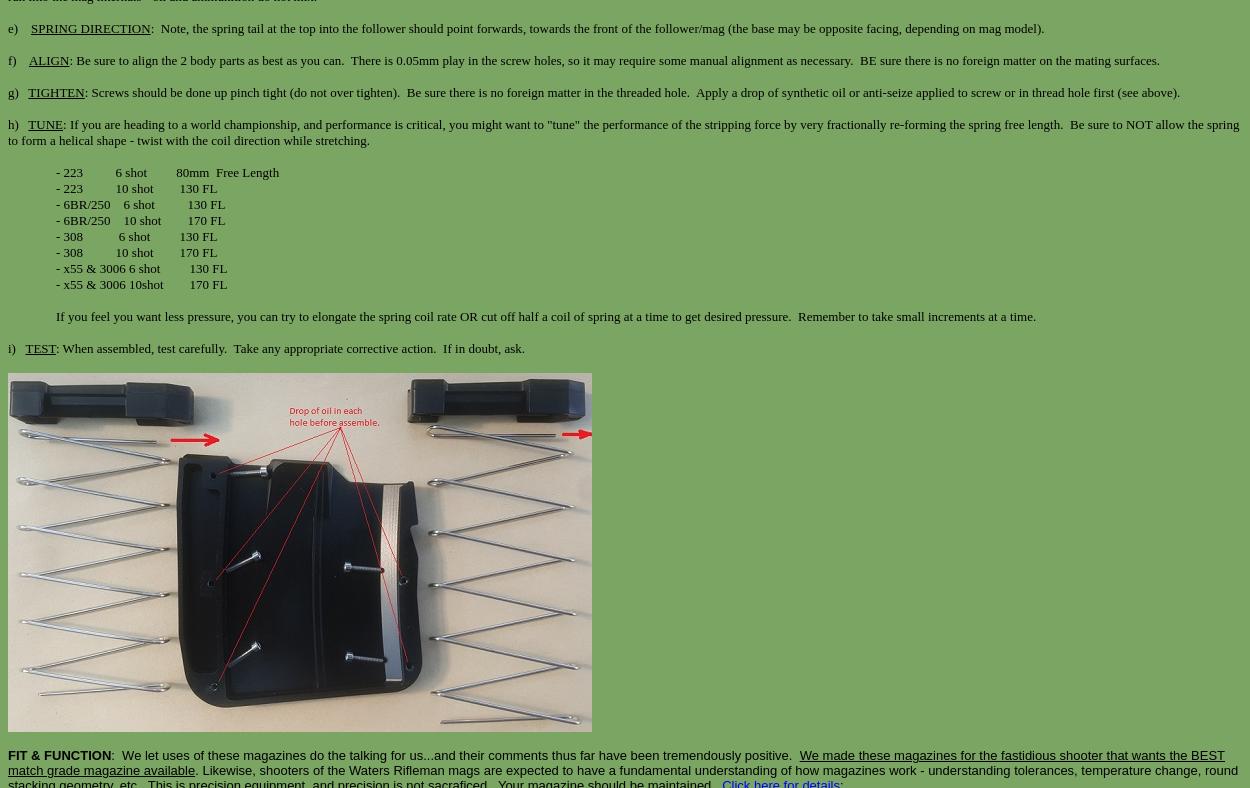  Describe the element at coordinates (8, 755) in the screenshot. I see `'FIT & FUNCTION'` at that location.